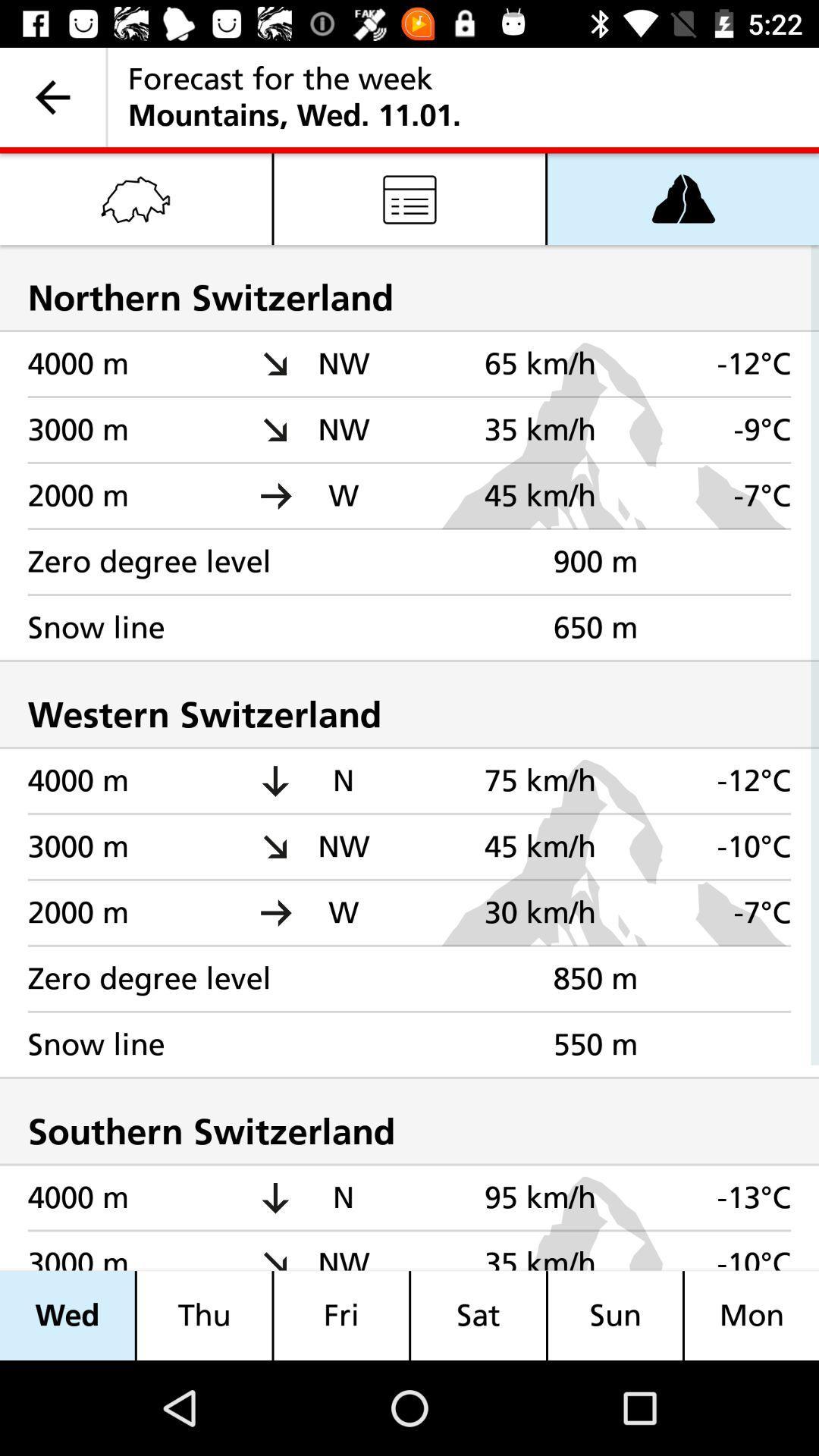 This screenshot has width=819, height=1456. What do you see at coordinates (683, 198) in the screenshot?
I see `the warning icon` at bounding box center [683, 198].